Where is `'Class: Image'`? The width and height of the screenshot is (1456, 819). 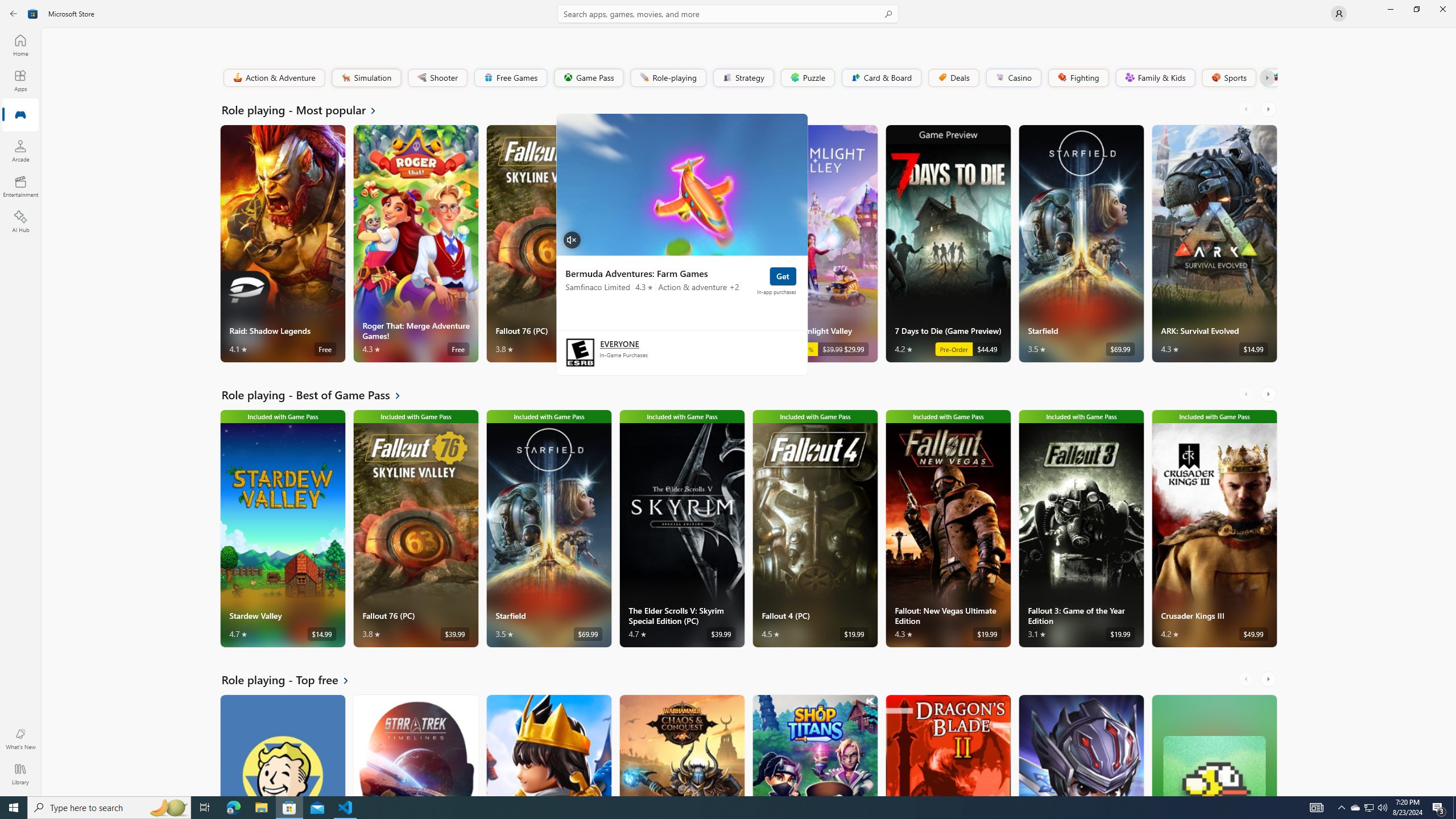 'Class: Image' is located at coordinates (1275, 77).